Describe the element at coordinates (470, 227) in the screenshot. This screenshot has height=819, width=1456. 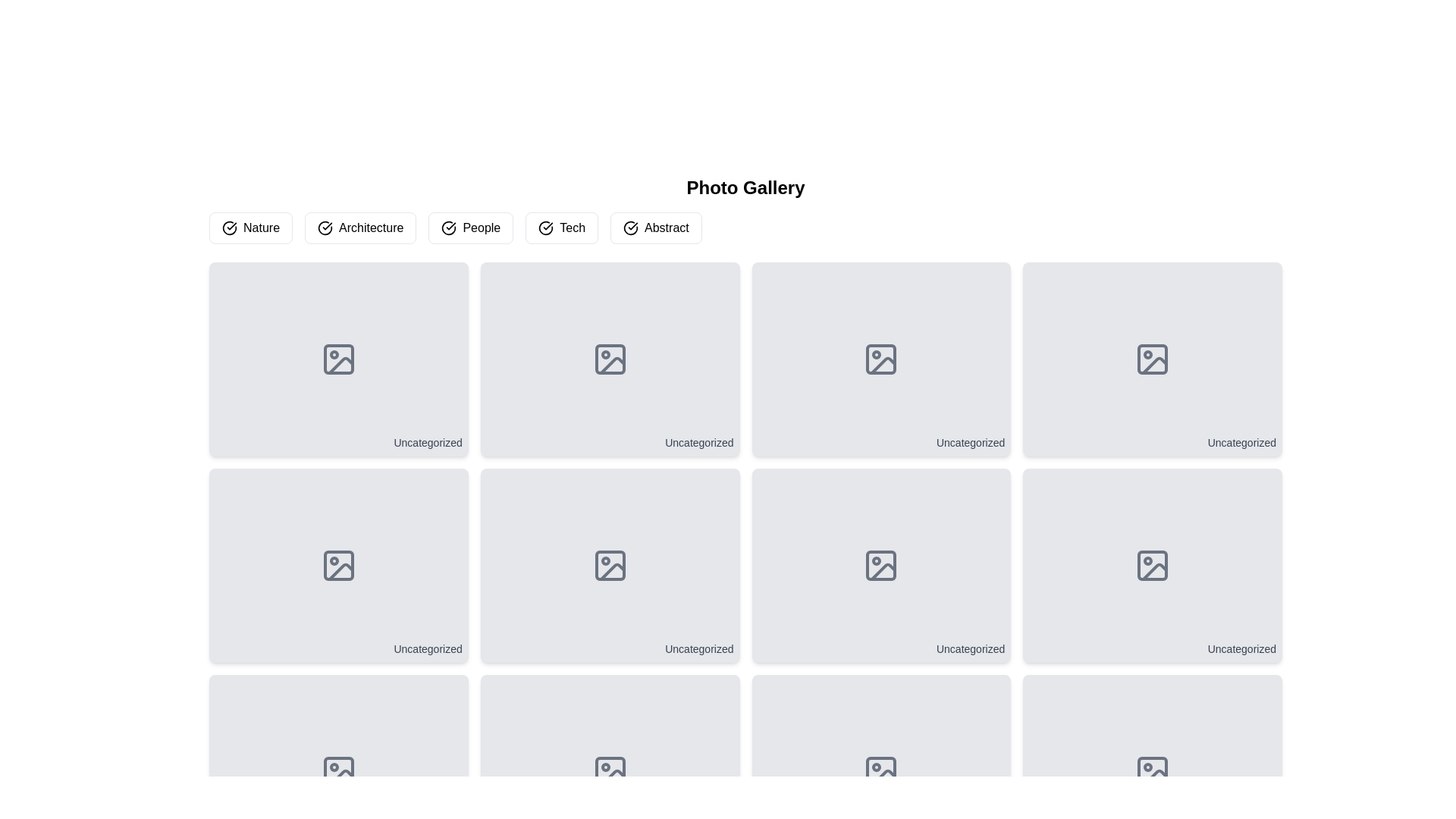
I see `the 'People' button, which is the third button from the left in a row of similar buttons` at that location.